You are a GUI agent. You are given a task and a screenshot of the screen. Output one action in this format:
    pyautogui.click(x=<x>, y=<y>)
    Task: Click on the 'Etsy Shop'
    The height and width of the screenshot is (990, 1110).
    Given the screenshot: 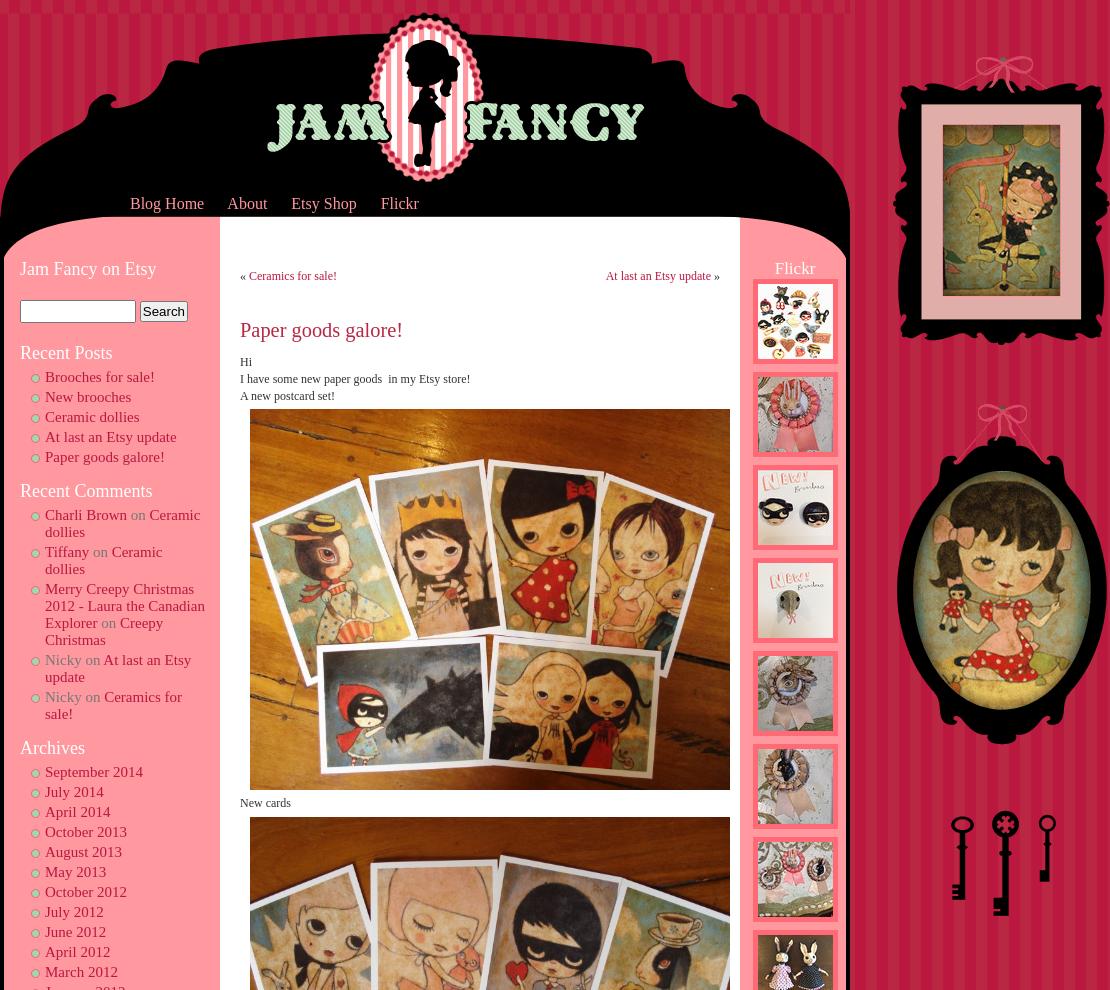 What is the action you would take?
    pyautogui.click(x=322, y=202)
    